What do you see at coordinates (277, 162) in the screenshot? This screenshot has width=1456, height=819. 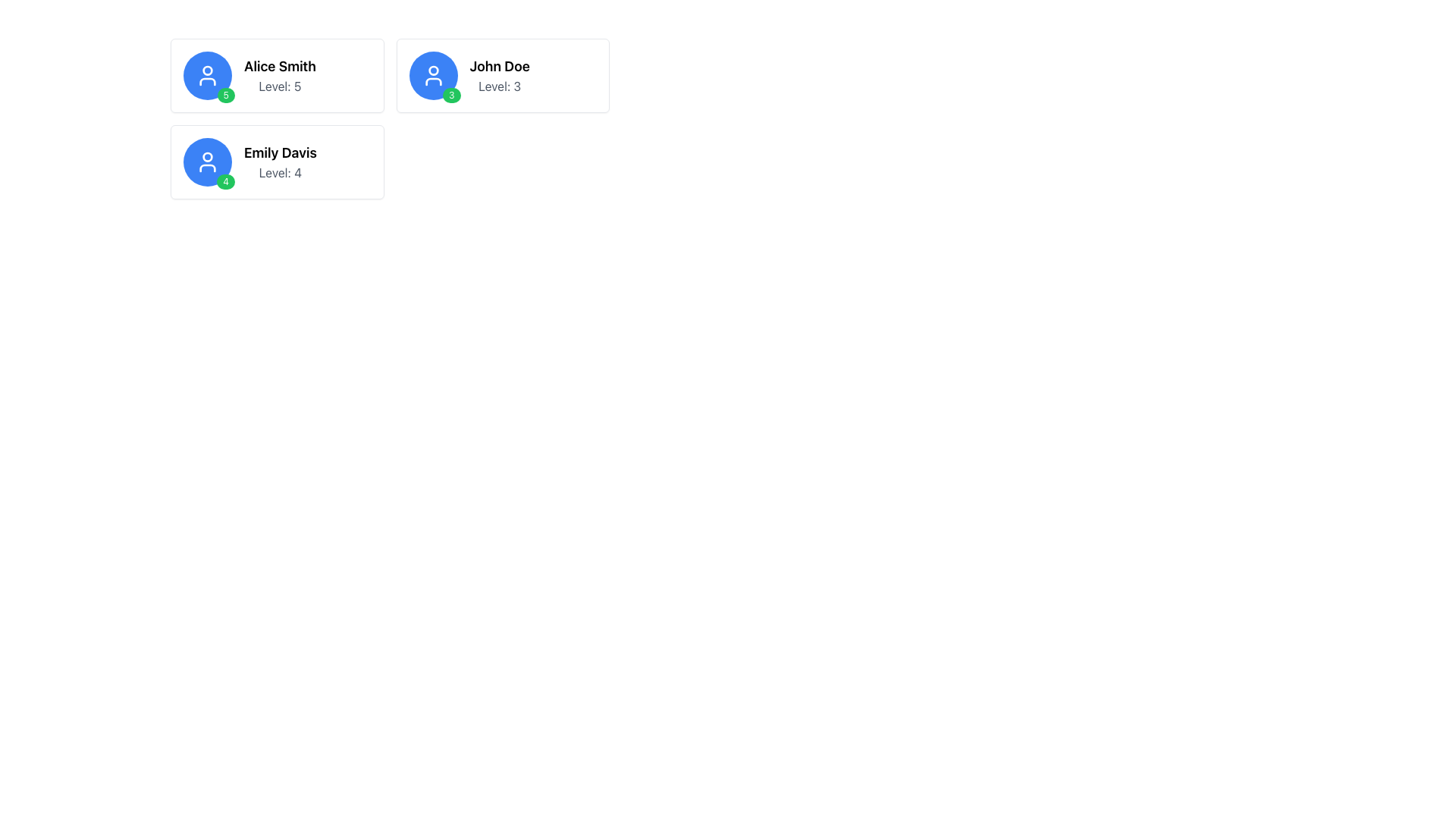 I see `the card-type UI element displaying 'Emily Davis' with a user profile icon and a green badge showing '4', positioned in the second row and first column of the grid` at bounding box center [277, 162].